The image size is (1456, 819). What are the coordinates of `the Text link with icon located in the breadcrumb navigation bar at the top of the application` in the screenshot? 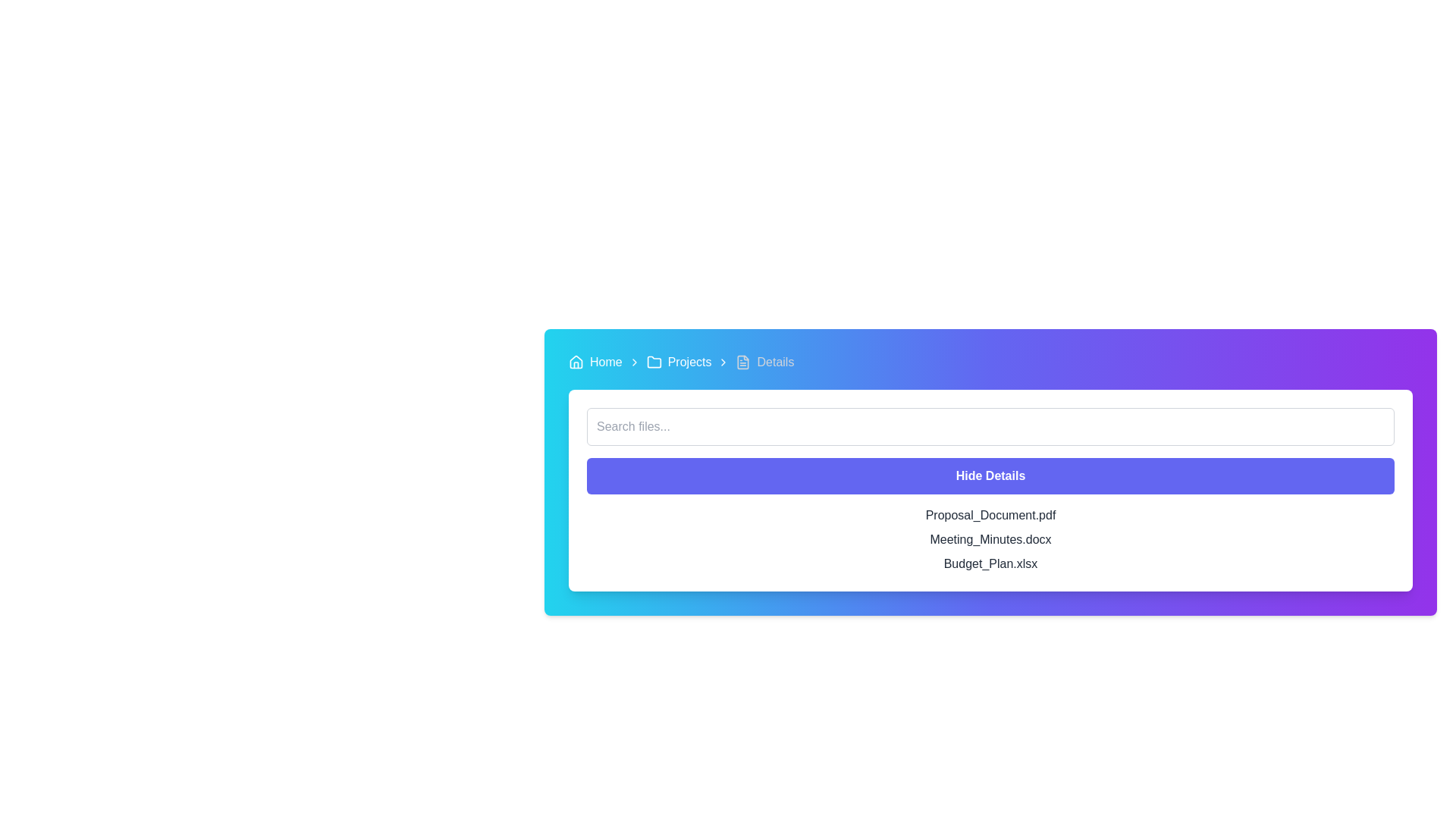 It's located at (595, 362).